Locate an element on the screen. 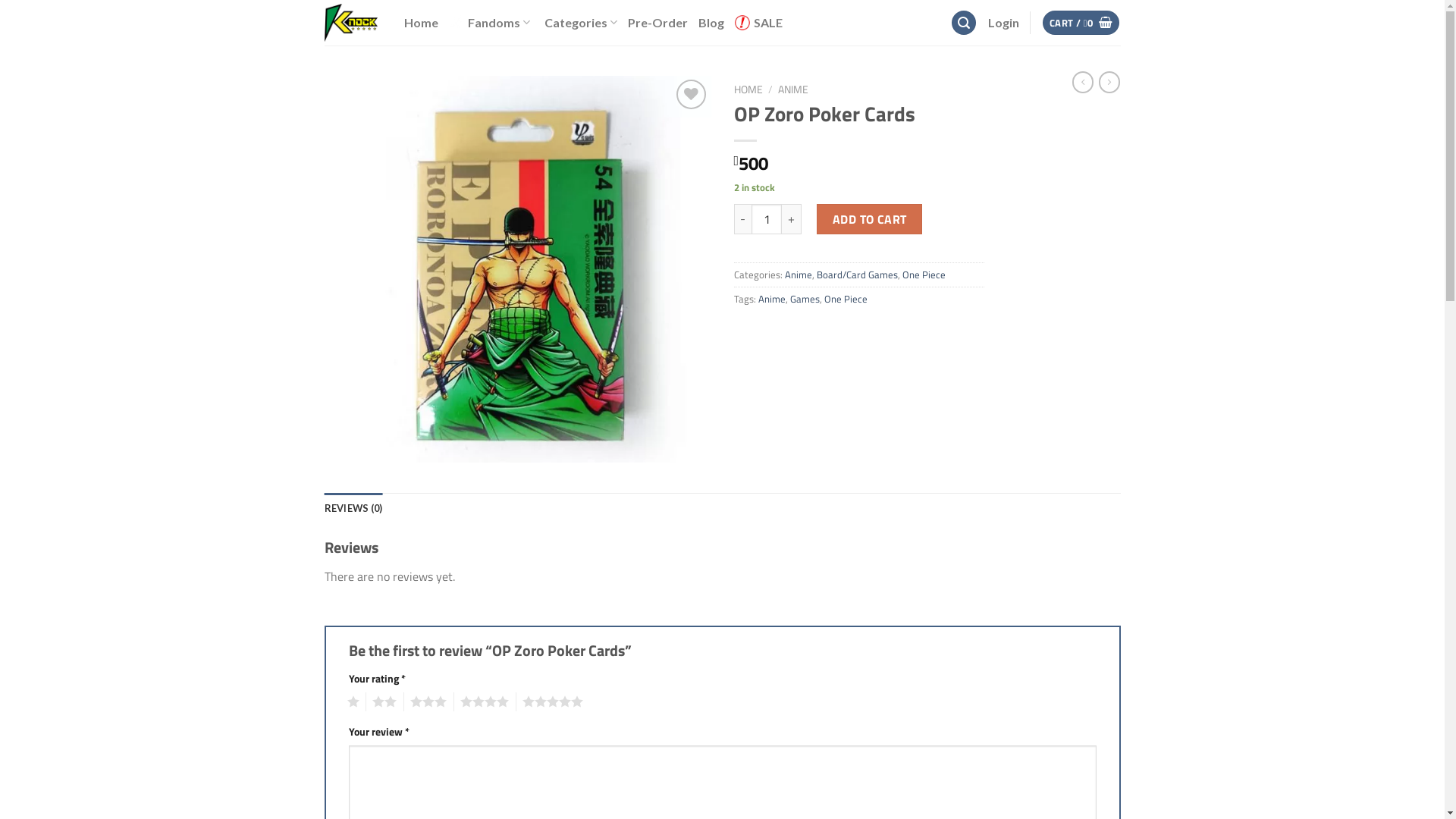 This screenshot has height=819, width=1456. 'HOME' is located at coordinates (748, 89).